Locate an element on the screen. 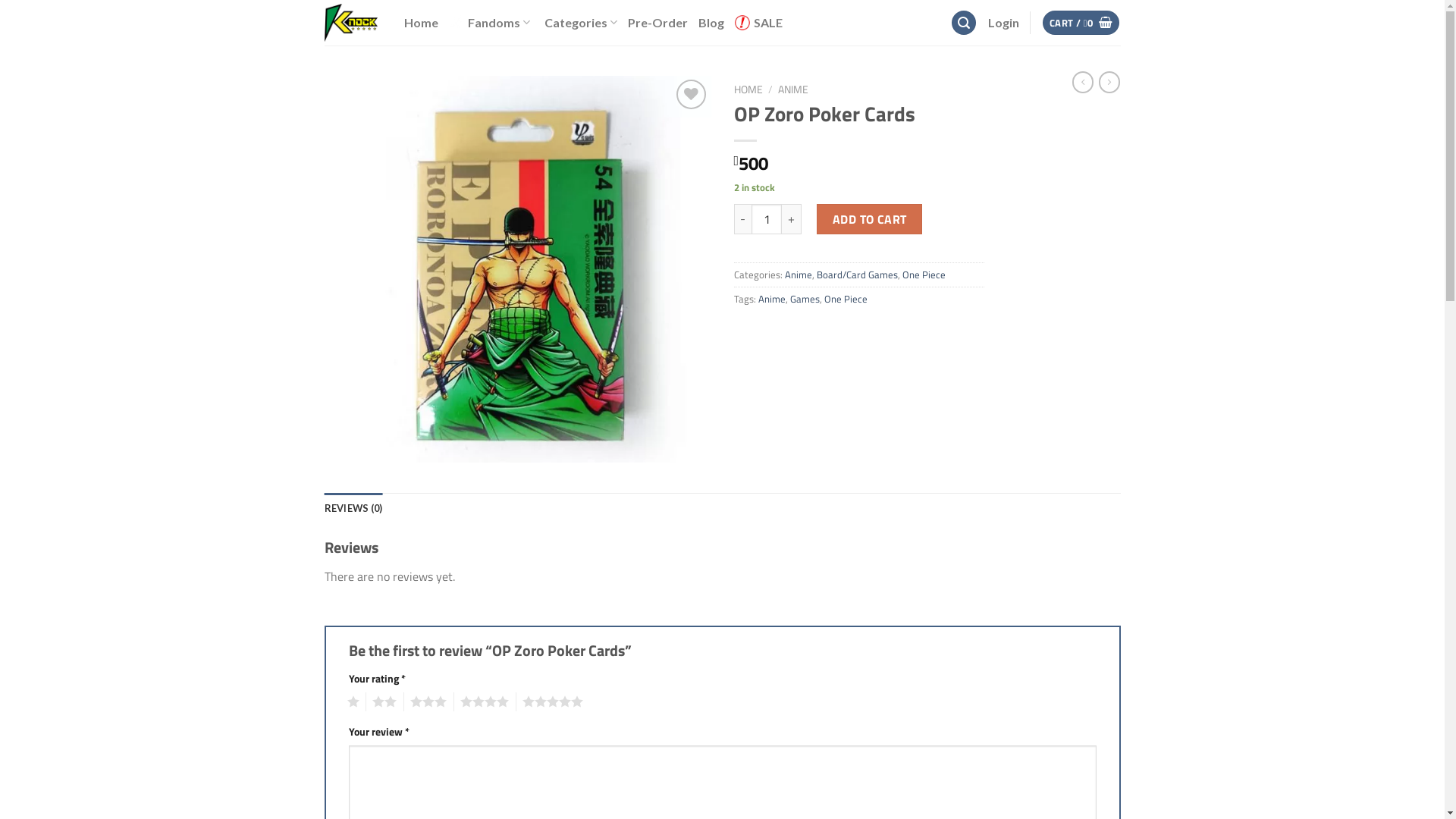 This screenshot has height=819, width=1456. 'HOME' is located at coordinates (748, 89).